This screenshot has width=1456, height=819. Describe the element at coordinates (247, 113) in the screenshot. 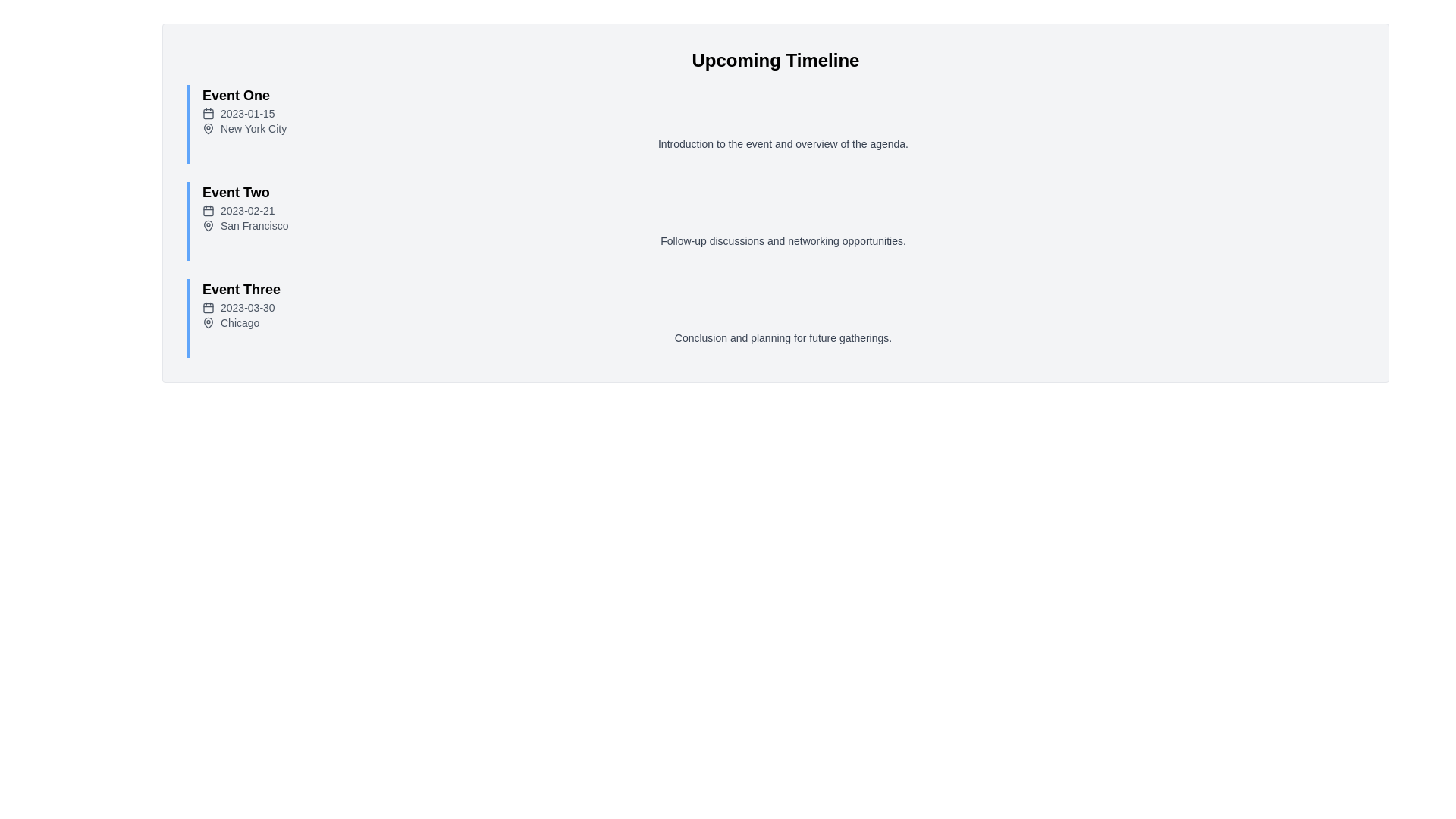

I see `the text label displaying the scheduled date for 'Event One' located next to 'New York City' and aligned with a small calendar icon` at that location.